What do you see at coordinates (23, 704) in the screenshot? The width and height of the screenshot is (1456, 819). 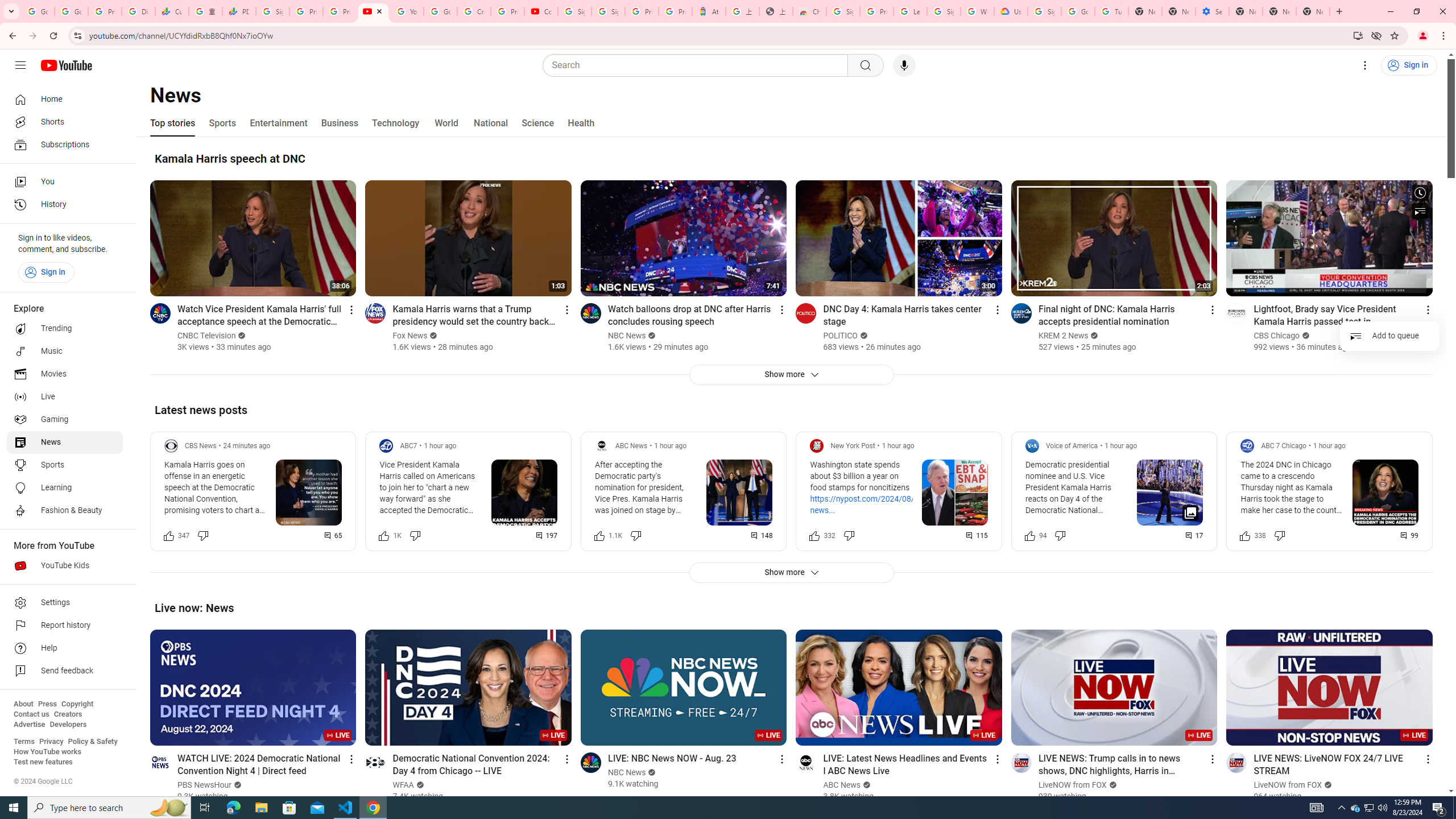 I see `'About'` at bounding box center [23, 704].